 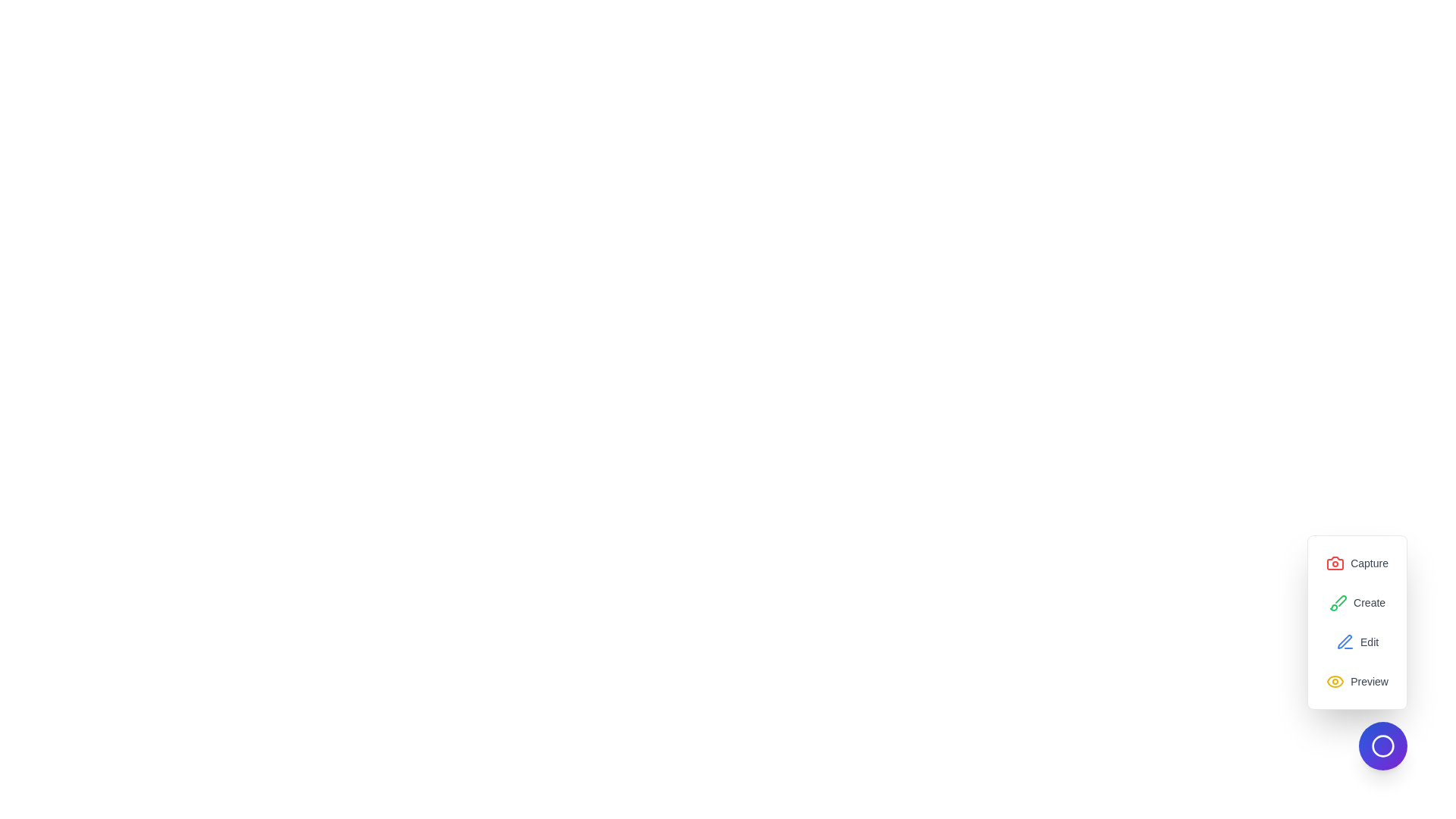 What do you see at coordinates (1357, 563) in the screenshot?
I see `the 'Capture' option in the menu` at bounding box center [1357, 563].